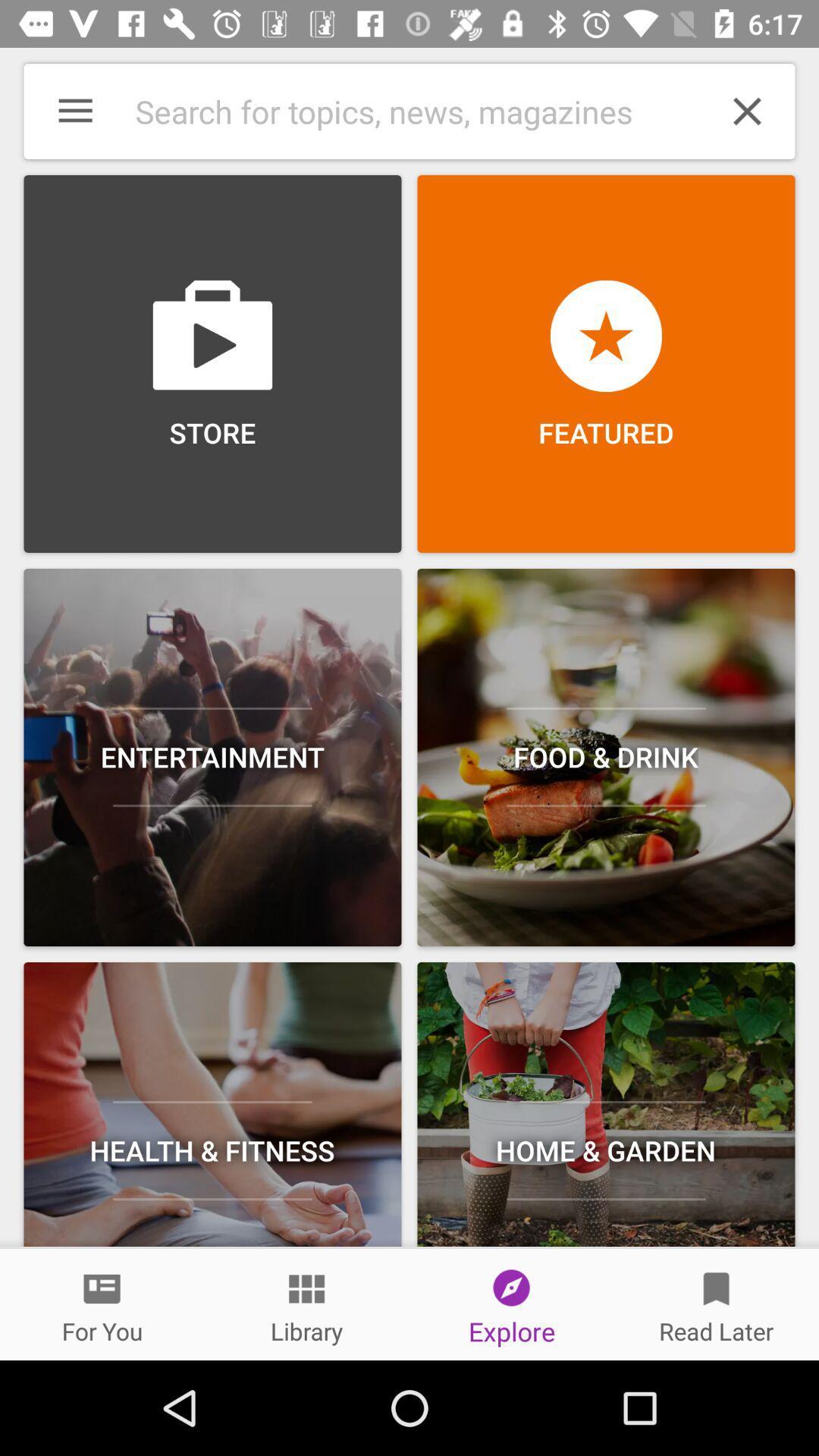 Image resolution: width=819 pixels, height=1456 pixels. Describe the element at coordinates (307, 1288) in the screenshot. I see `the button above library` at that location.